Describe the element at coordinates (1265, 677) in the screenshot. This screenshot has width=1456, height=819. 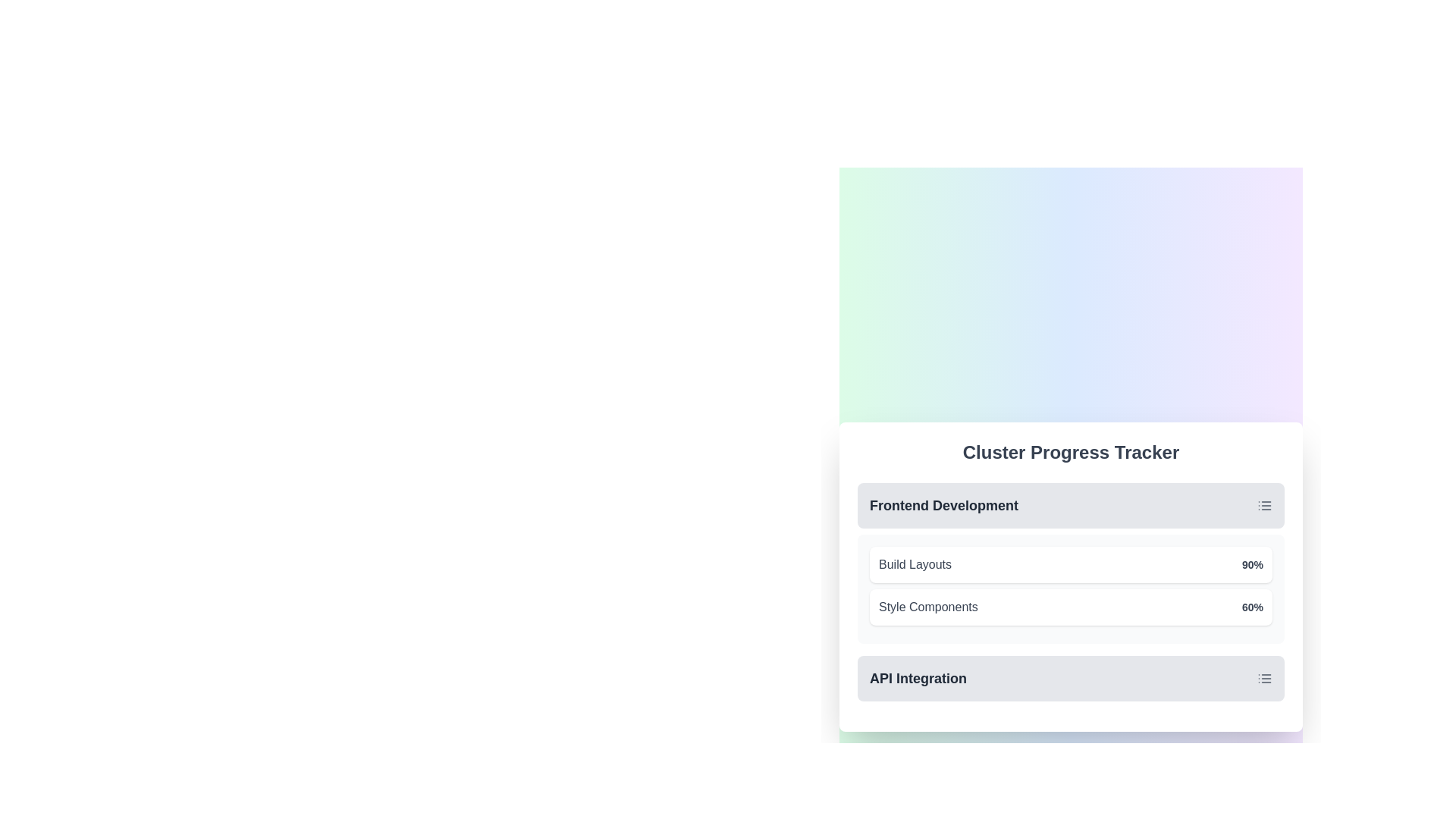
I see `the icon representing the menu for the 'API Integration' section` at that location.